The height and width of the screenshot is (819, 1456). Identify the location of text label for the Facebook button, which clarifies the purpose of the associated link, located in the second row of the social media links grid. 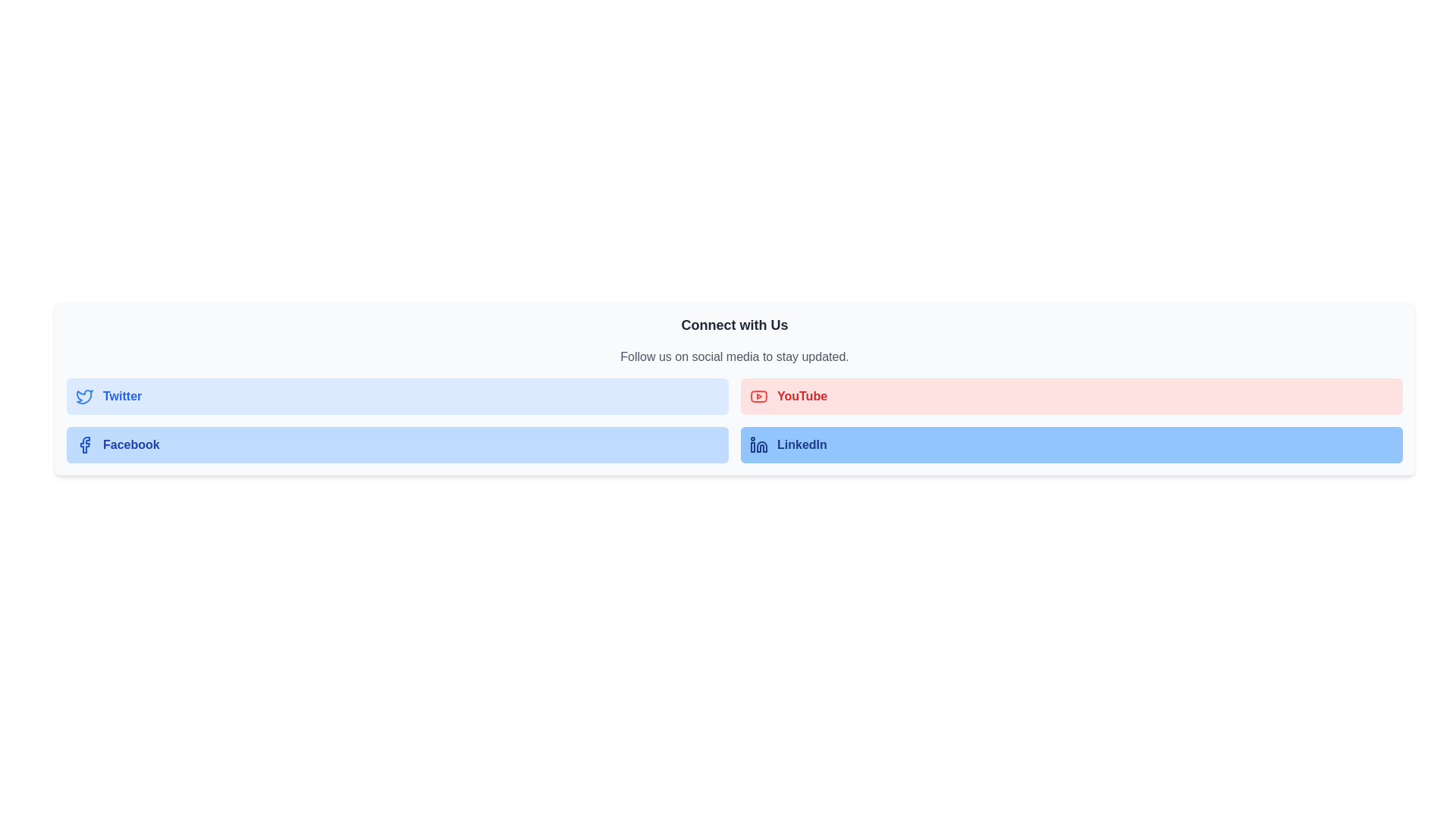
(131, 444).